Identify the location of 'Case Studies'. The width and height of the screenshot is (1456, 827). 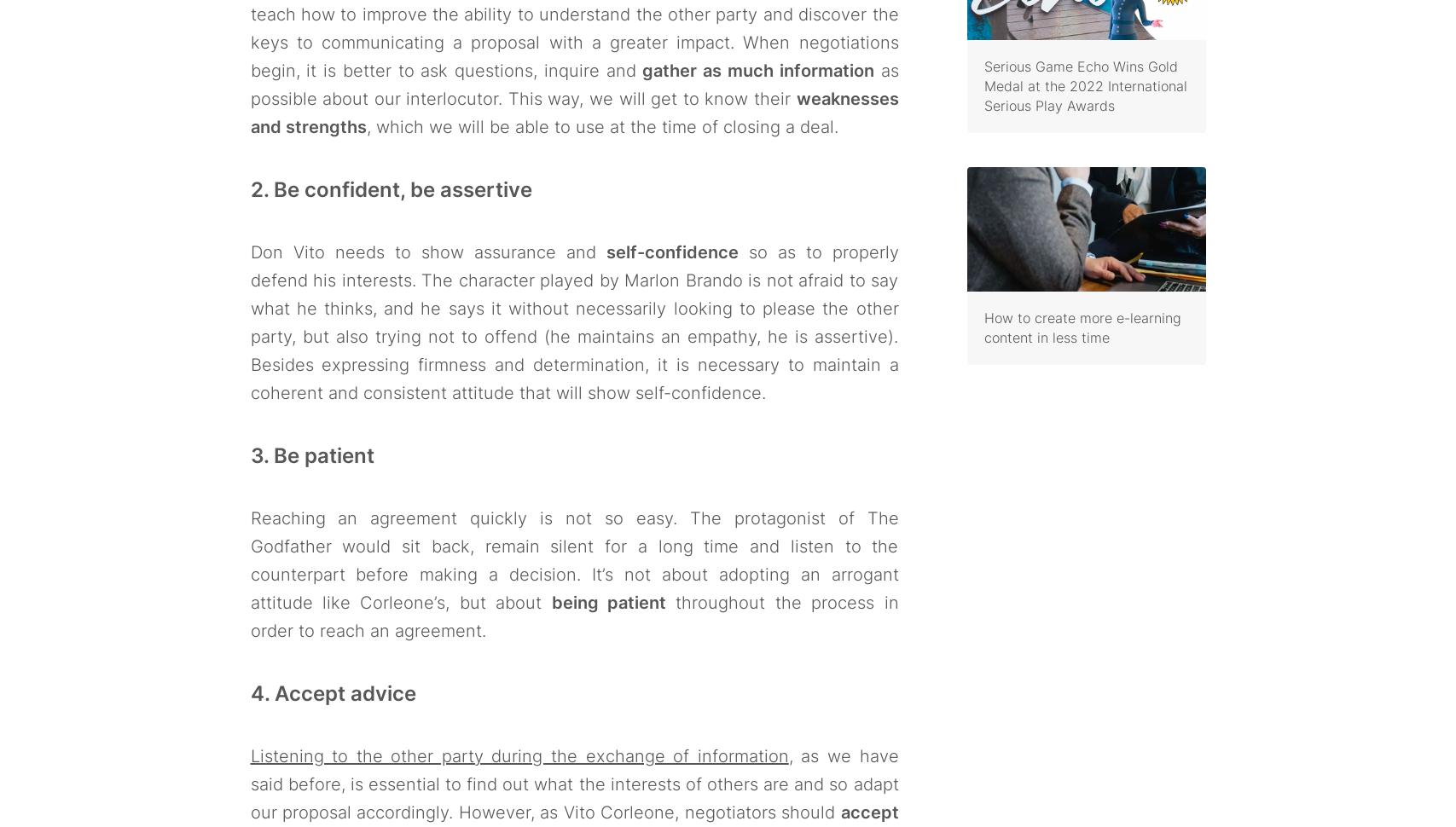
(302, 620).